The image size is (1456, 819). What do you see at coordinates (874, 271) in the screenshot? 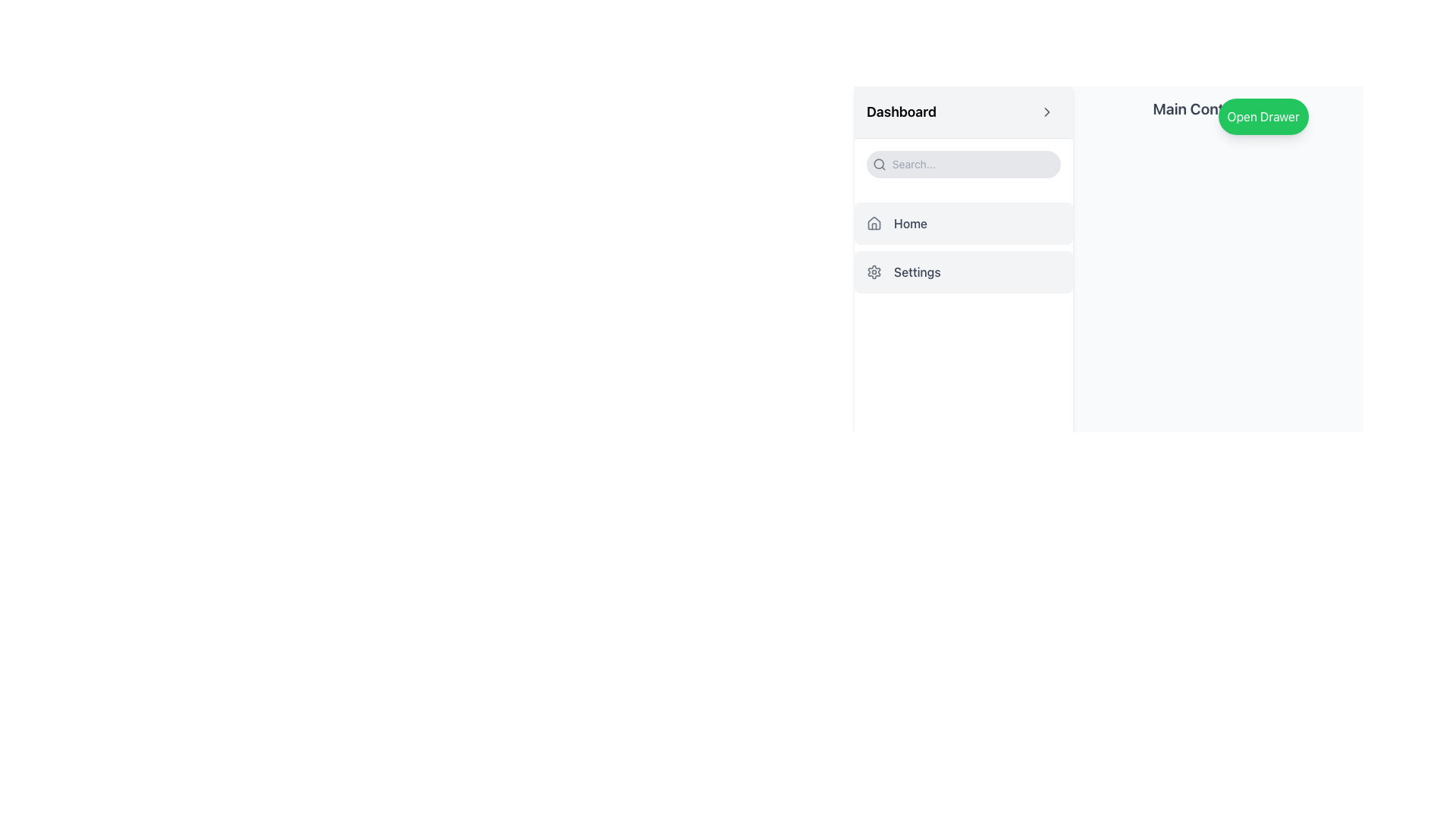
I see `the gear-like settings icon in the navigation menu` at bounding box center [874, 271].